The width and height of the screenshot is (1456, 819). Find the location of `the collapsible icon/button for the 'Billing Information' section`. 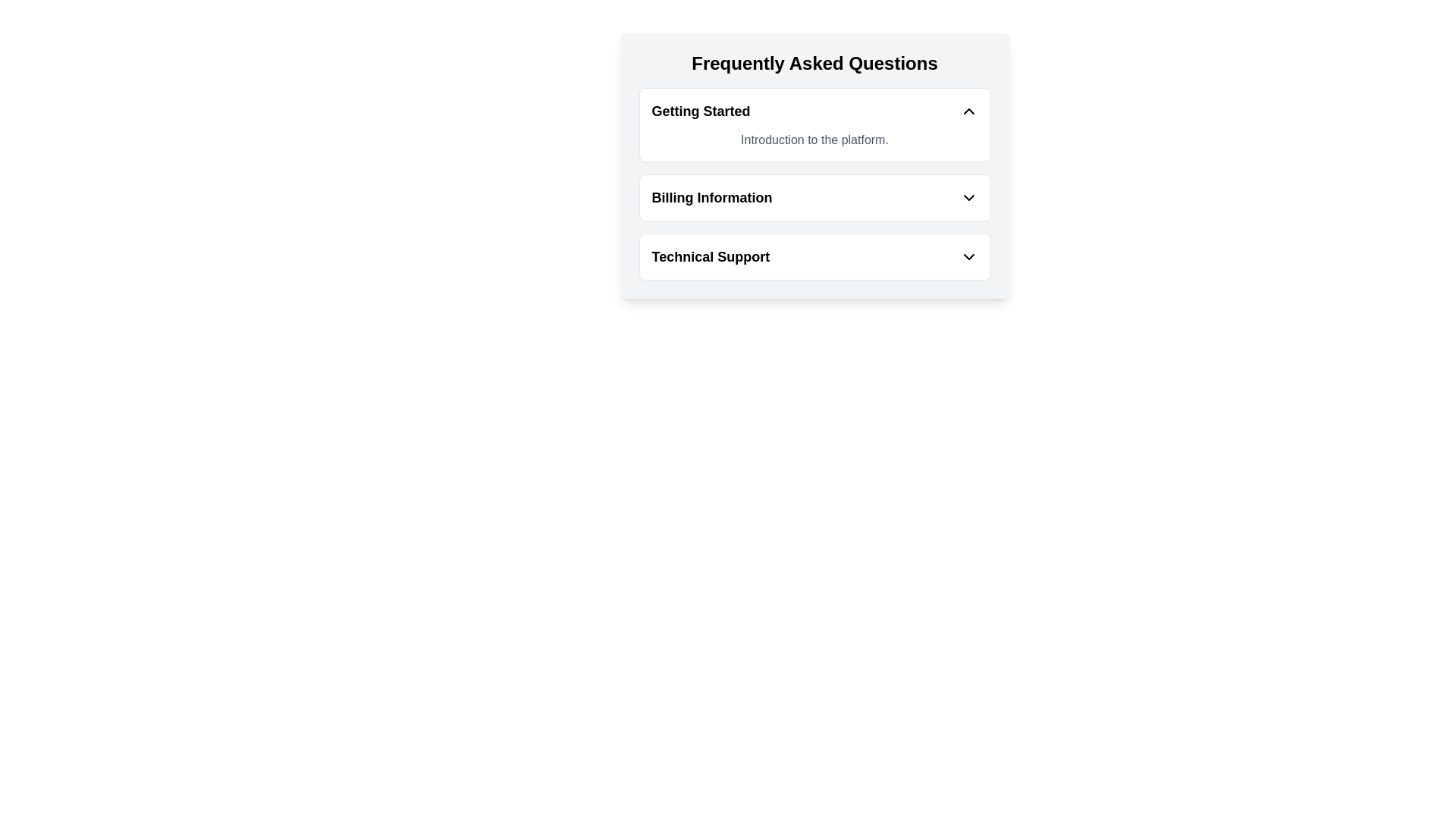

the collapsible icon/button for the 'Billing Information' section is located at coordinates (968, 197).